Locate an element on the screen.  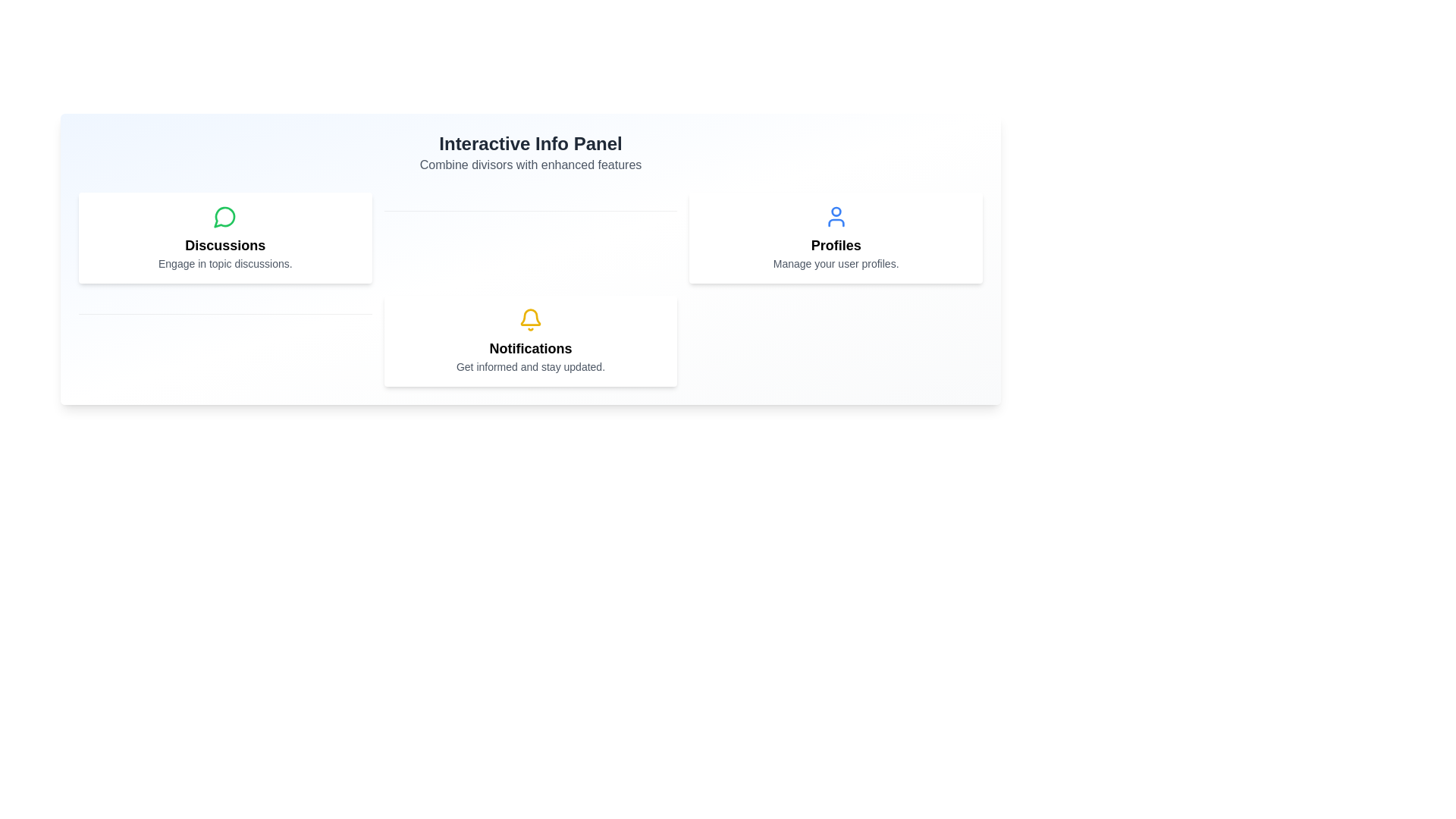
the second card in the horizontal grid layout, which is labeled 'Profiles' and is located between 'Discussions' and 'Notifications' is located at coordinates (835, 237).